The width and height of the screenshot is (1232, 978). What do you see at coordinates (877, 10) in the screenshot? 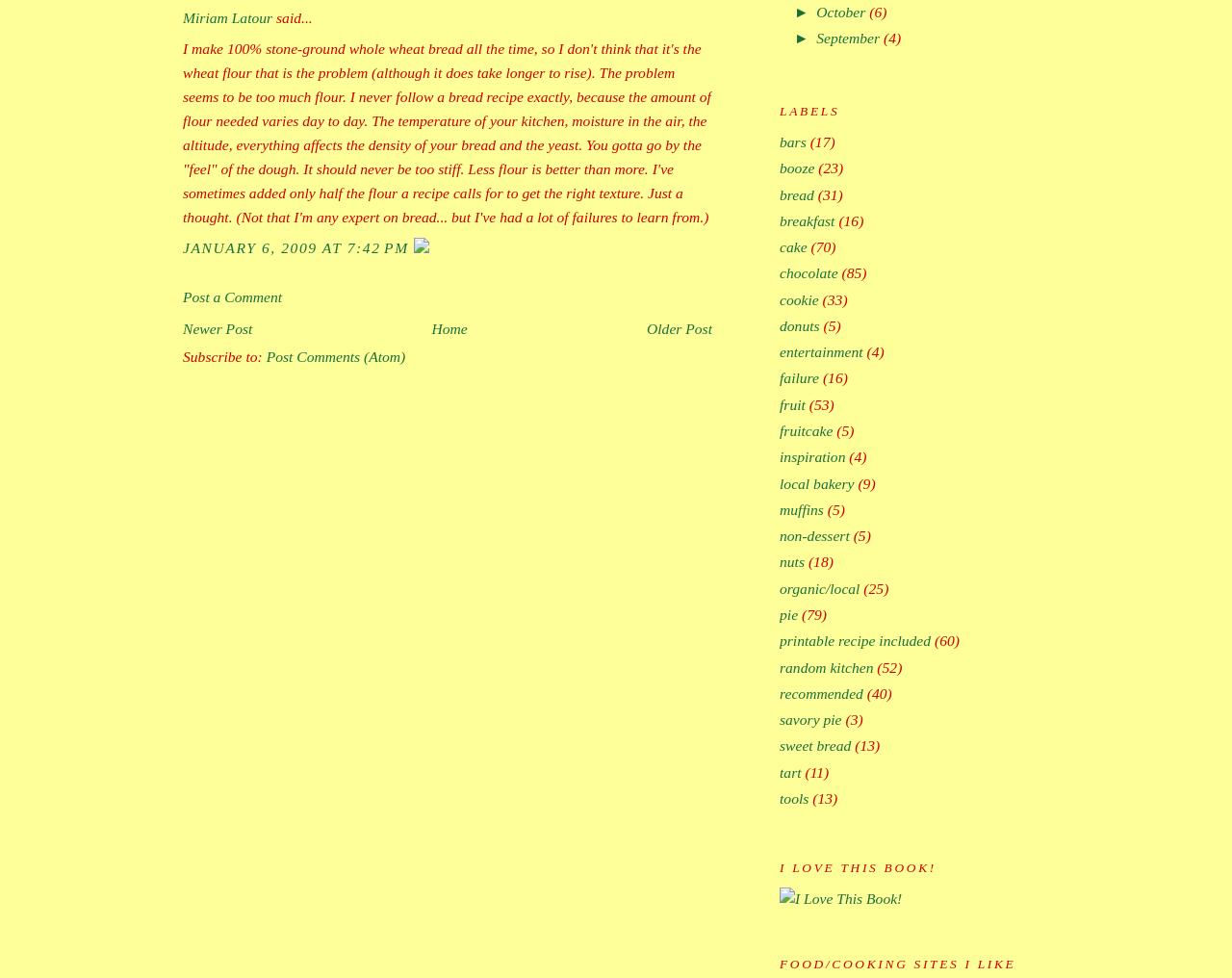
I see `'(6)'` at bounding box center [877, 10].